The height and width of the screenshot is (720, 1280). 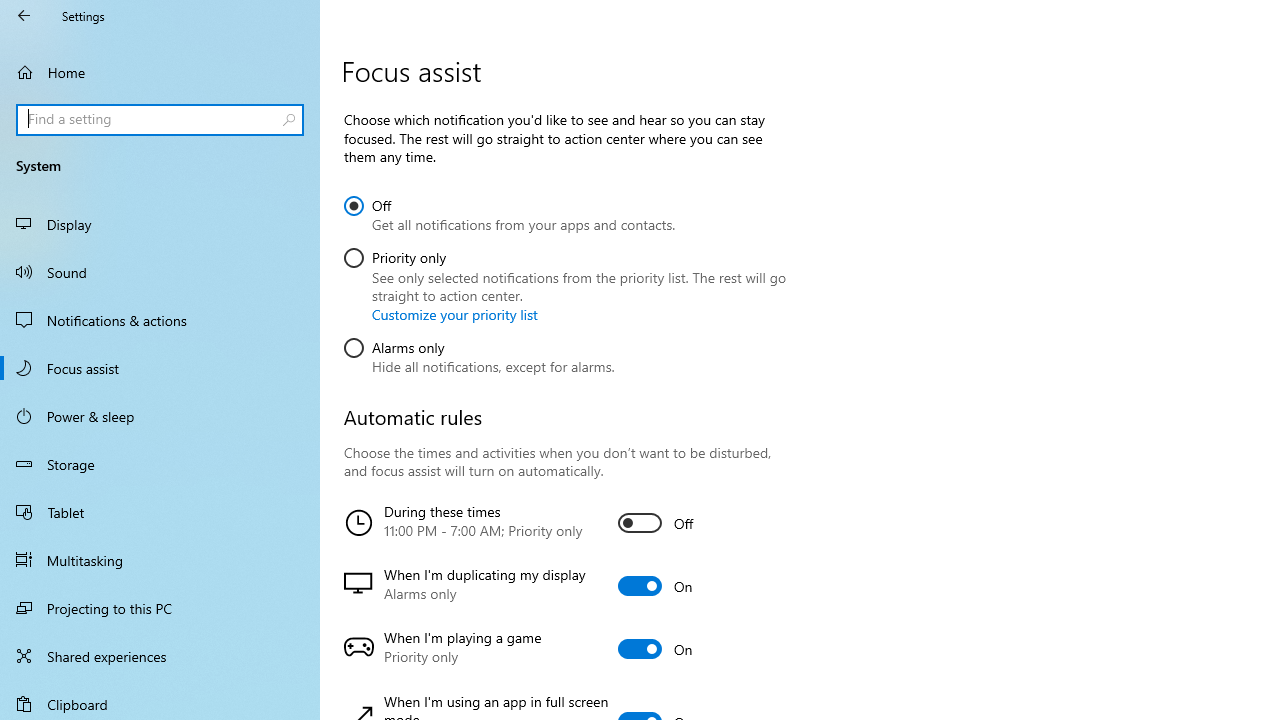 What do you see at coordinates (160, 319) in the screenshot?
I see `'Notifications & actions'` at bounding box center [160, 319].